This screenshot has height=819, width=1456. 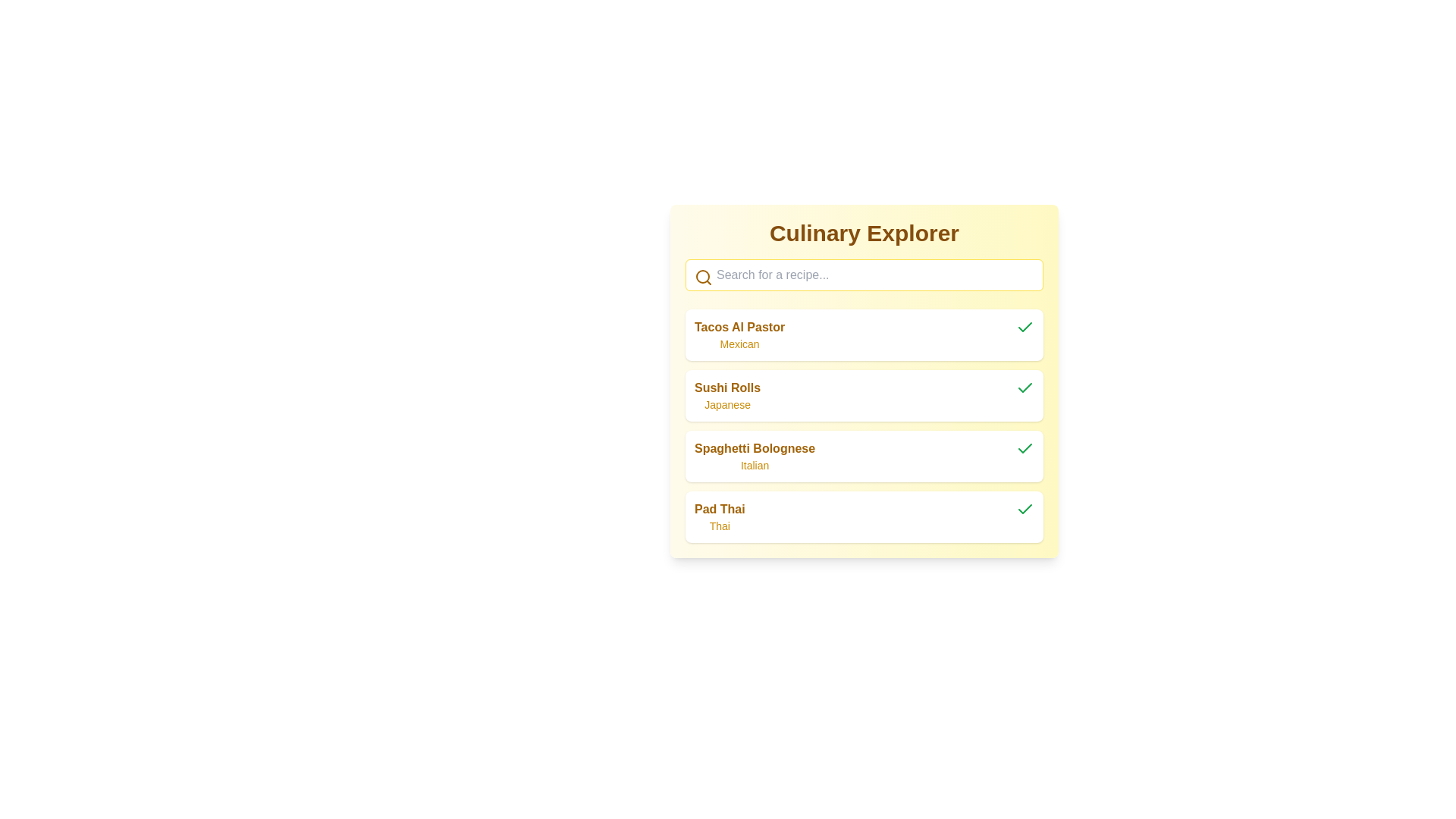 What do you see at coordinates (755, 447) in the screenshot?
I see `on the text label displaying 'Spaghetti Bolognese', which is in bold, yellow-brown font and located above the description 'Italian' in the recipe list` at bounding box center [755, 447].